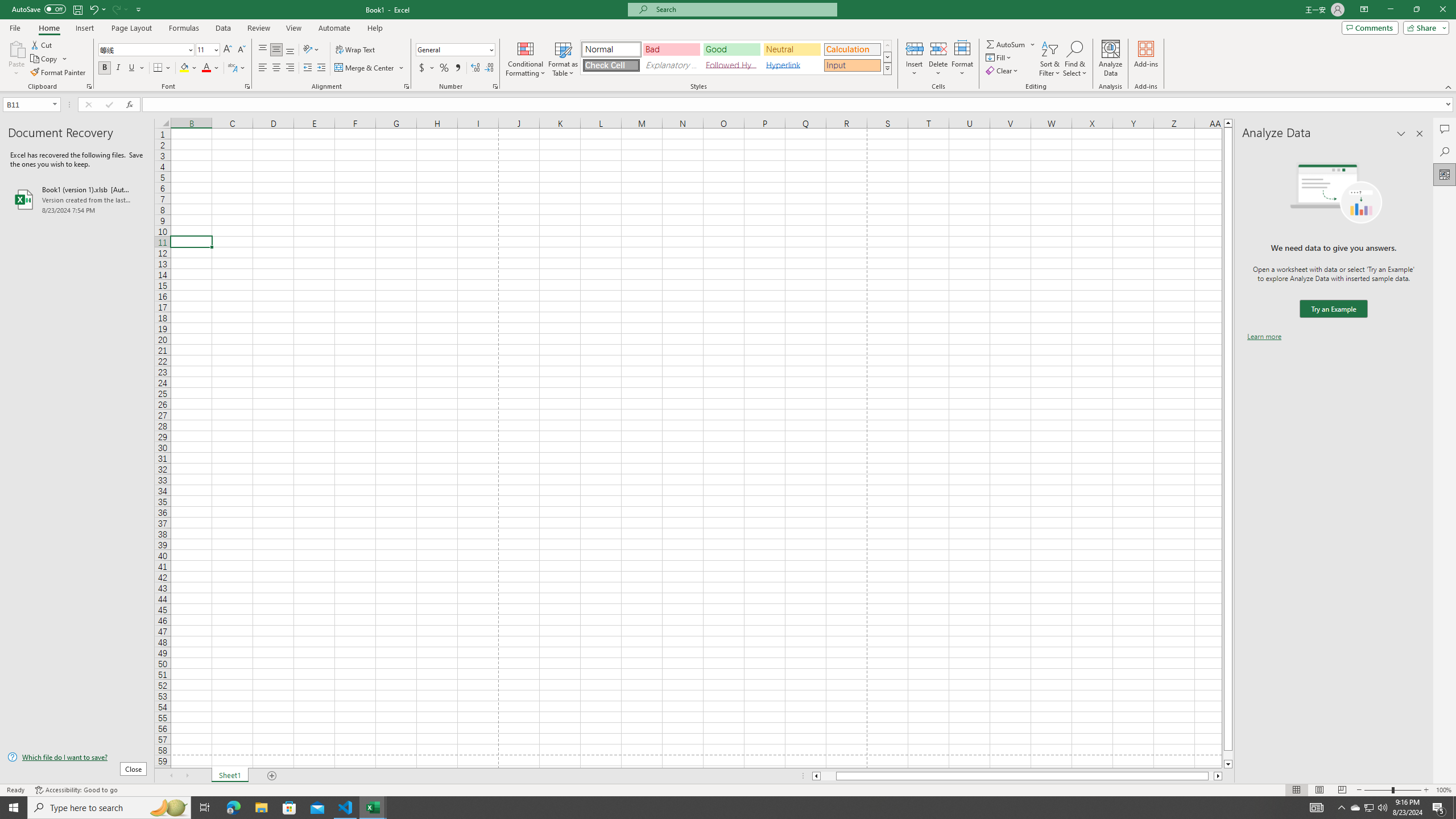 Image resolution: width=1456 pixels, height=819 pixels. Describe the element at coordinates (457, 67) in the screenshot. I see `'Comma Style'` at that location.